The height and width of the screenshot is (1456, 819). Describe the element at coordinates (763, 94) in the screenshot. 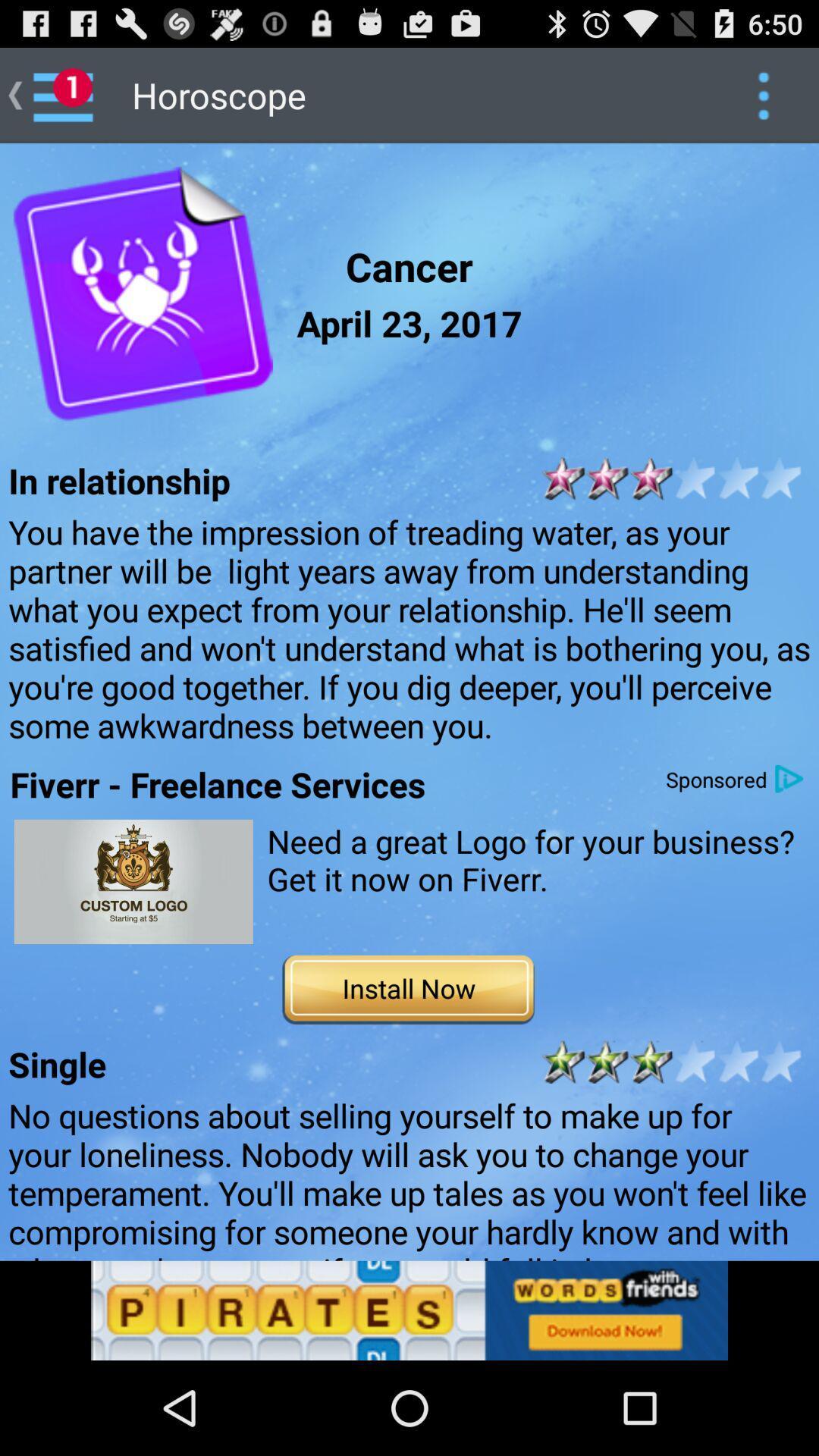

I see `open menu` at that location.